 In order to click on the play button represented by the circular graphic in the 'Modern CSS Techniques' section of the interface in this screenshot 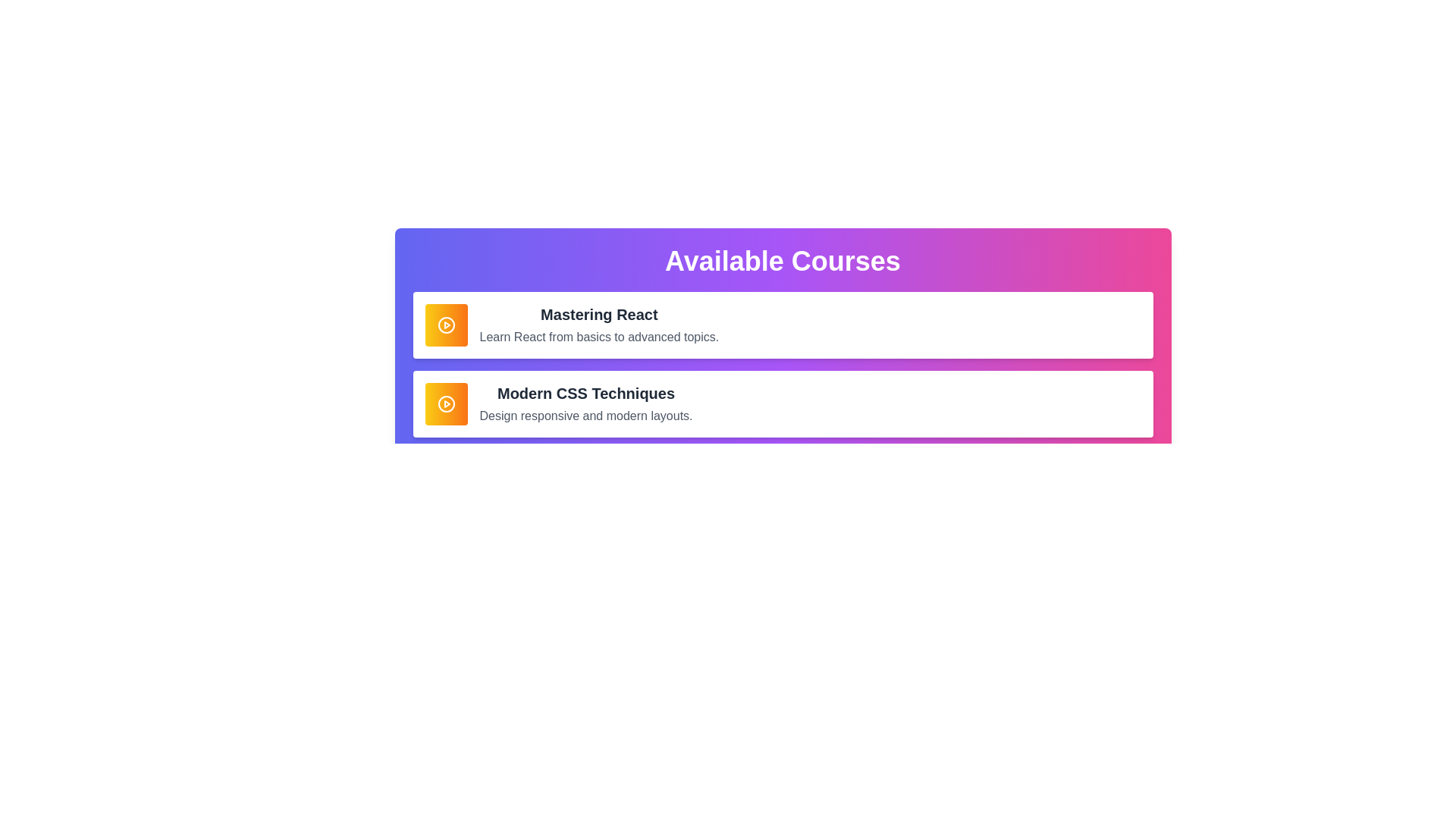, I will do `click(445, 324)`.